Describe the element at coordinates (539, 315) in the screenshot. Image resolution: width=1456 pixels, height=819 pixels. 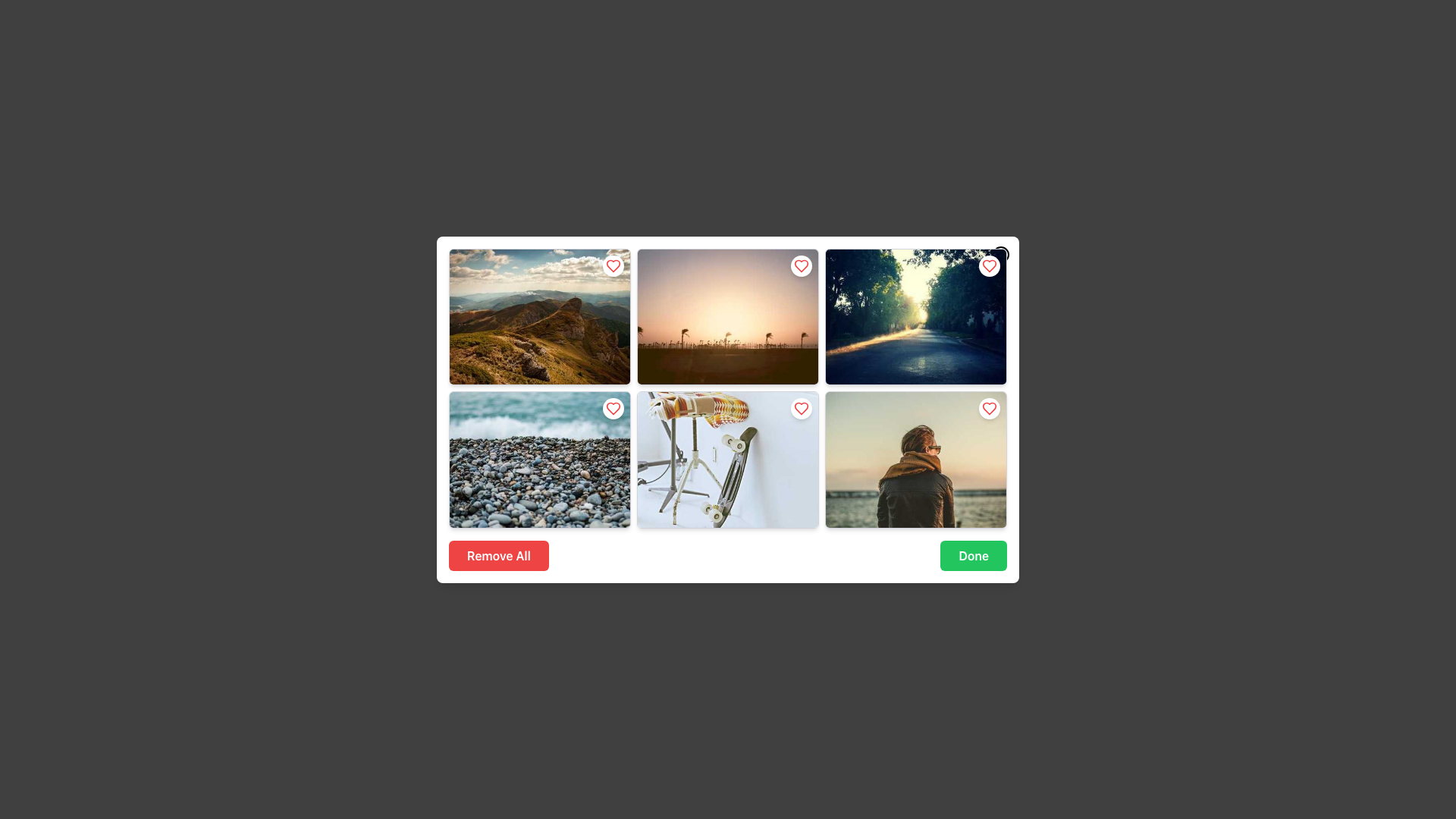
I see `the image thumbnail with an interactive overlay located at the top-left position of the grid` at that location.